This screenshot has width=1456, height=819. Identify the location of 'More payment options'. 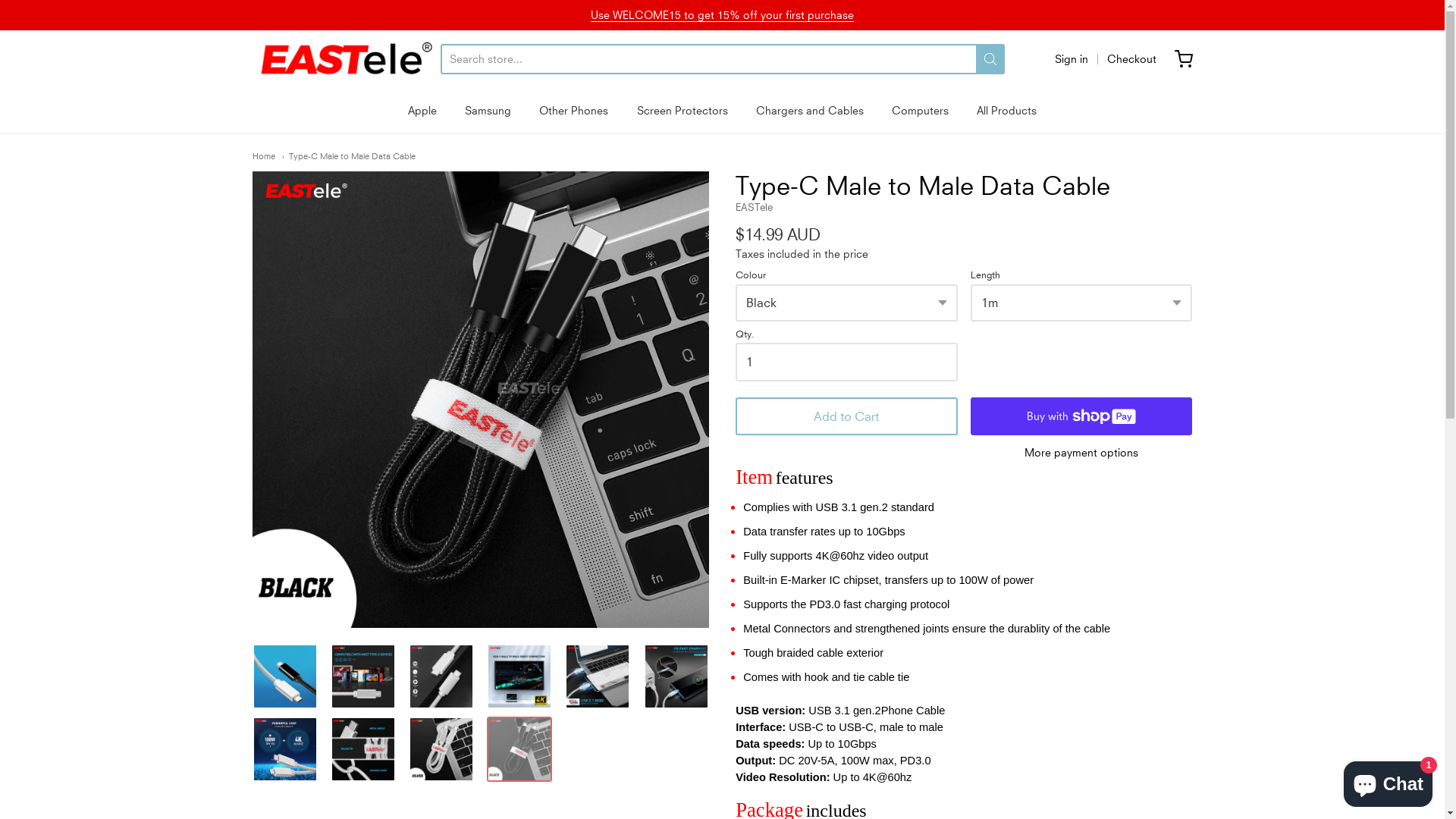
(1081, 452).